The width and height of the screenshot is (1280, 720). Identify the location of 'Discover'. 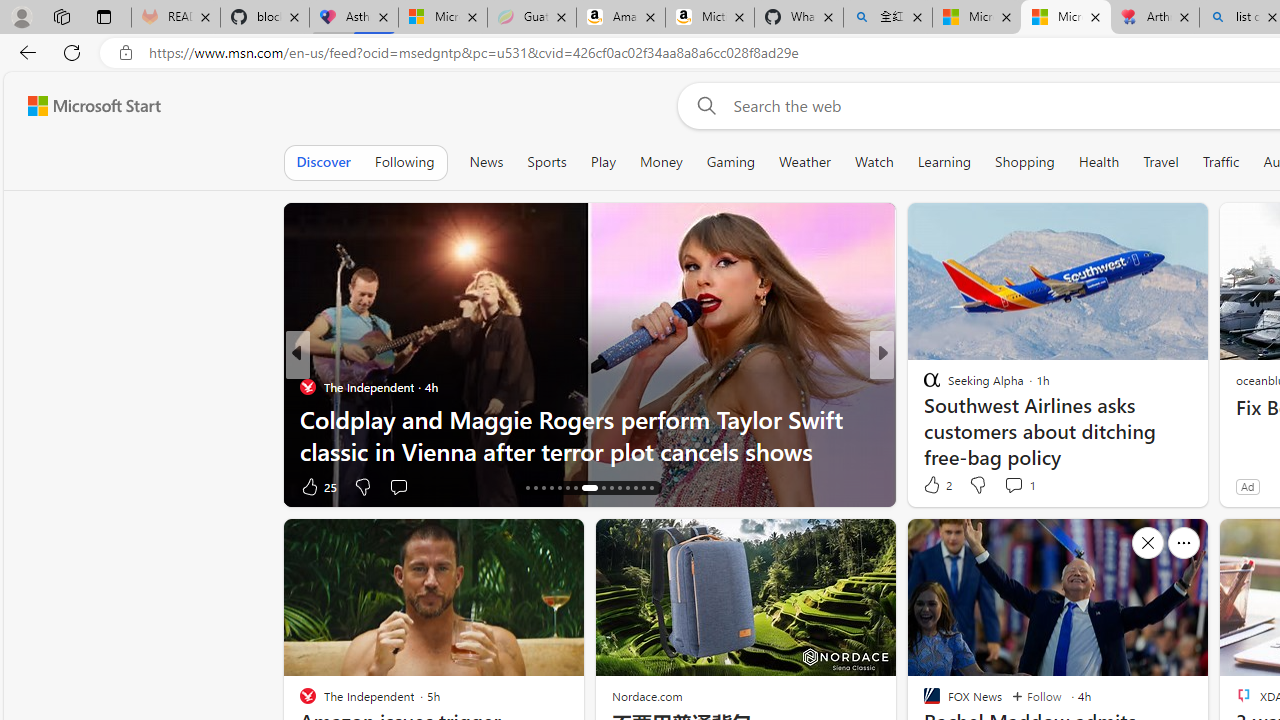
(323, 161).